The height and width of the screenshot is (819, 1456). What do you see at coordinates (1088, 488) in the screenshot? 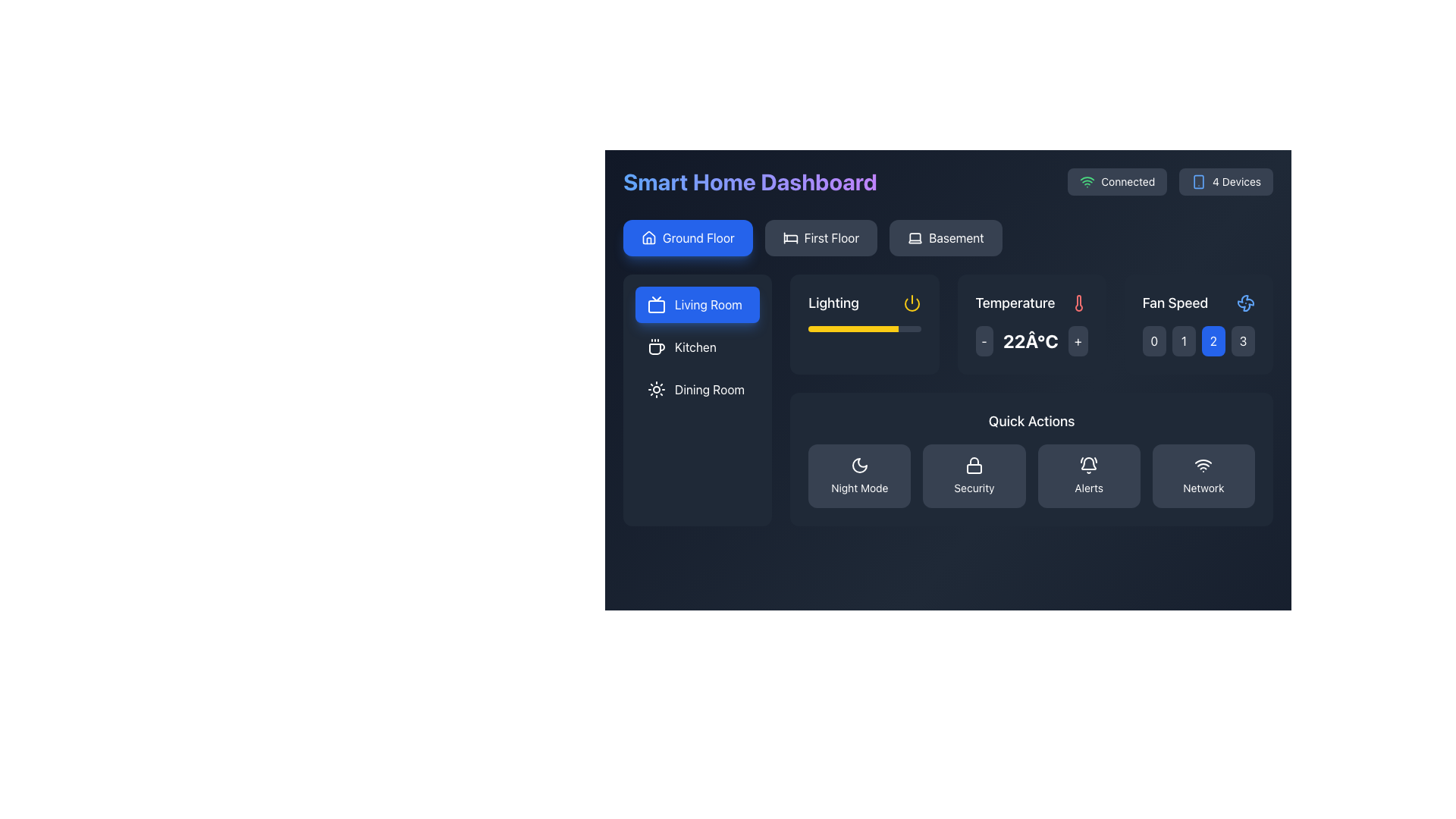
I see `text label 'Alerts' that is styled in a smaller font size and grayish color, located in the 'Quick Actions' area beneath a bell-like icon` at bounding box center [1088, 488].